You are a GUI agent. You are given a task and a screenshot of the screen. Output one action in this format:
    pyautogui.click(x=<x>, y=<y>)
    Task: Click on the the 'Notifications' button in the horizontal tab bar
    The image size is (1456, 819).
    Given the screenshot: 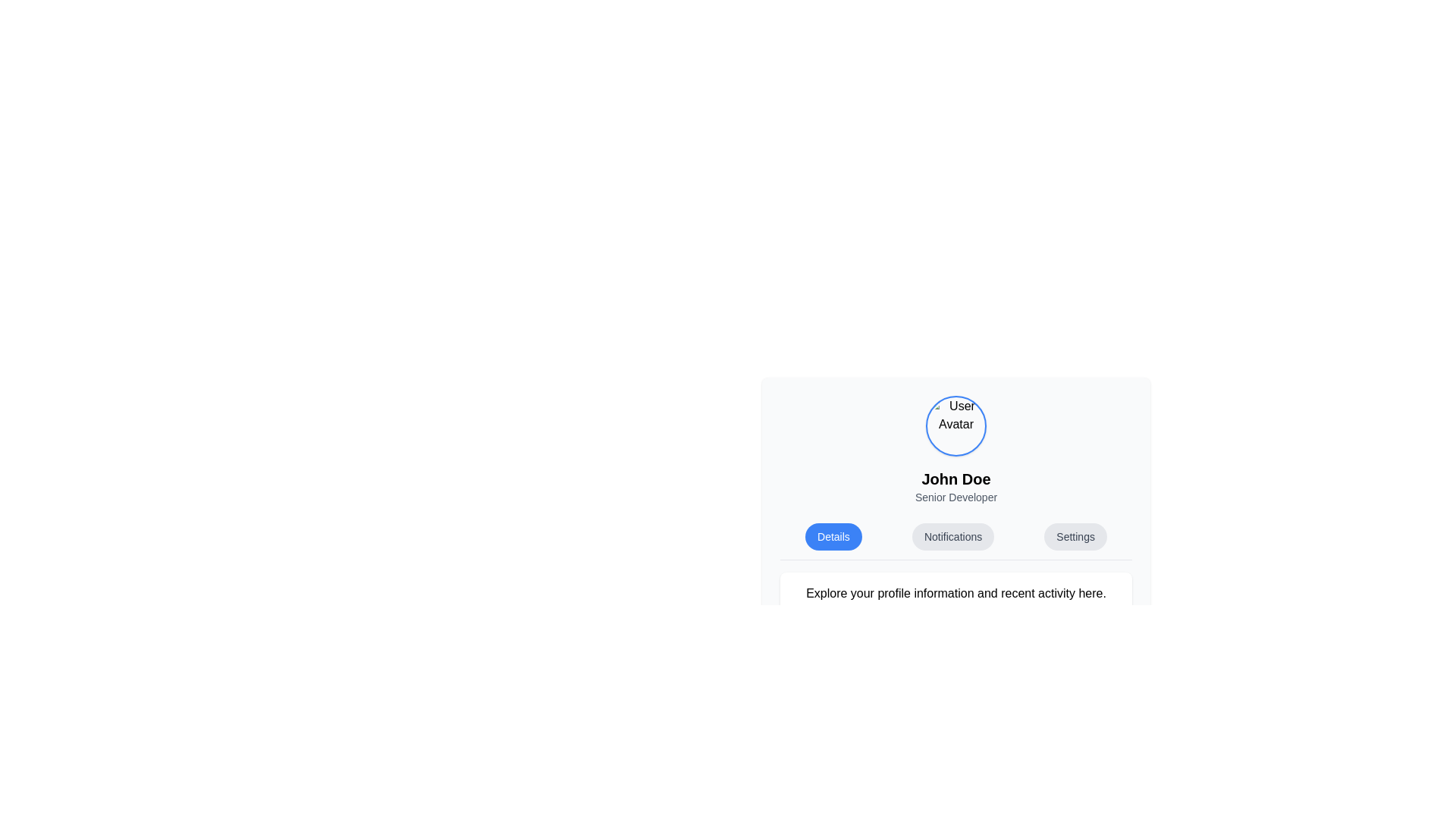 What is the action you would take?
    pyautogui.click(x=955, y=540)
    